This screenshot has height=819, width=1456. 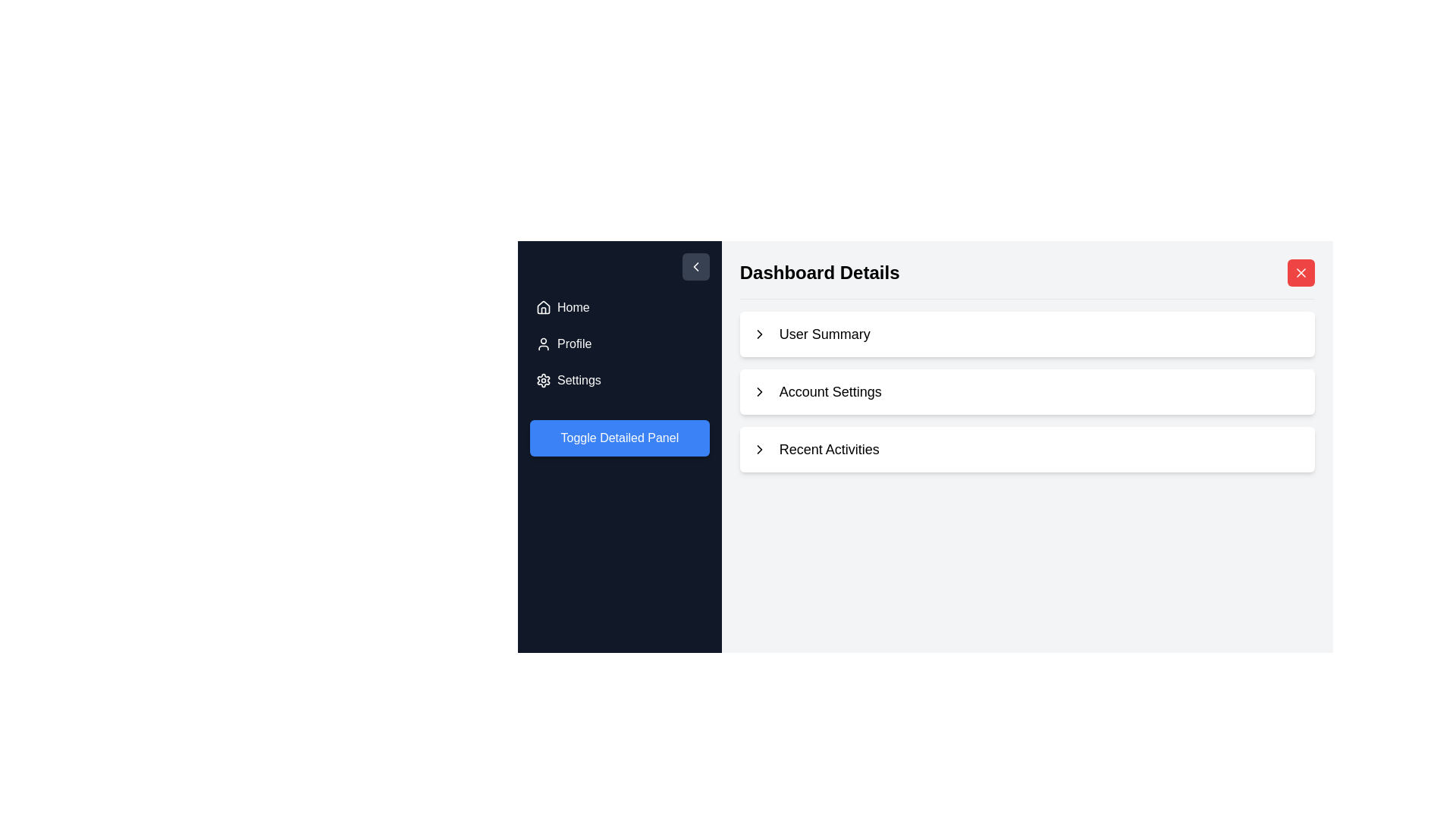 I want to click on the 'Account Settings' button, which is a horizontally elongated rectangular box with a white background and rounded corners, located as the second entry in a vertically stacked list, so click(x=1027, y=391).